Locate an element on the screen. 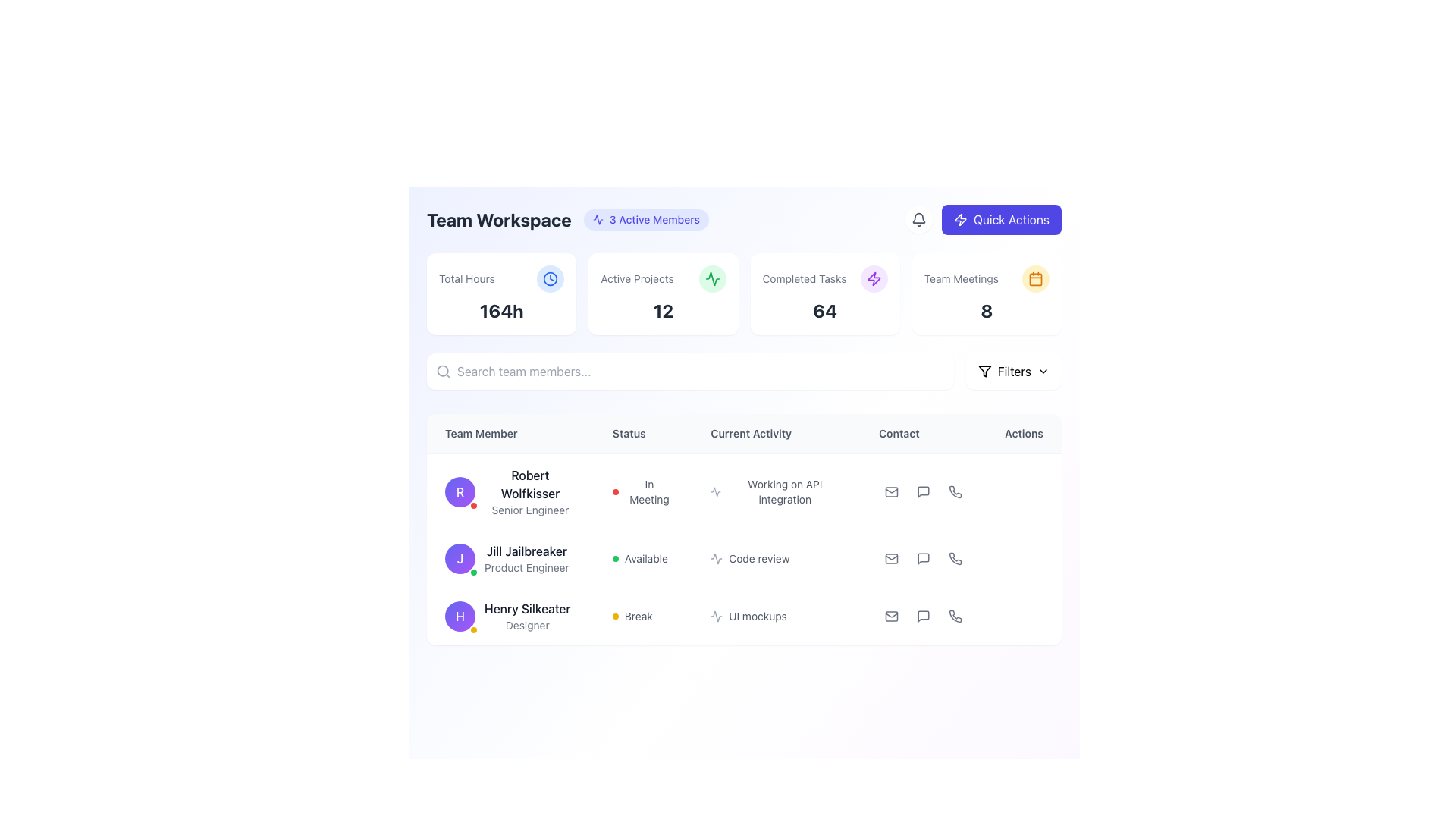  the SVG icon representing the waveform or activity indicator, located to the right of the 'Team Workspace' heading and part of the '3 Active Members' label is located at coordinates (597, 219).